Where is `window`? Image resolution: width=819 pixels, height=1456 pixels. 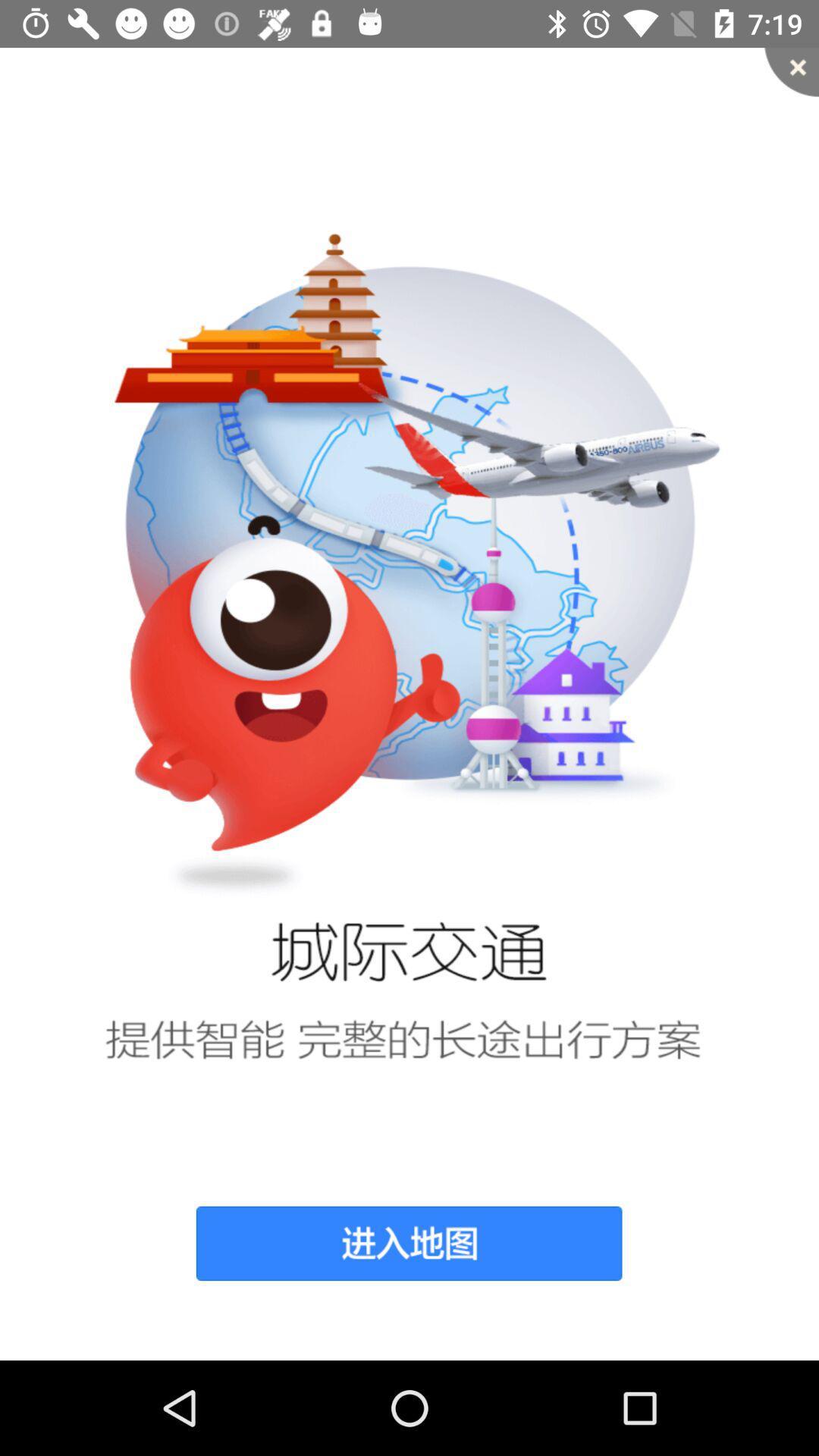 window is located at coordinates (791, 71).